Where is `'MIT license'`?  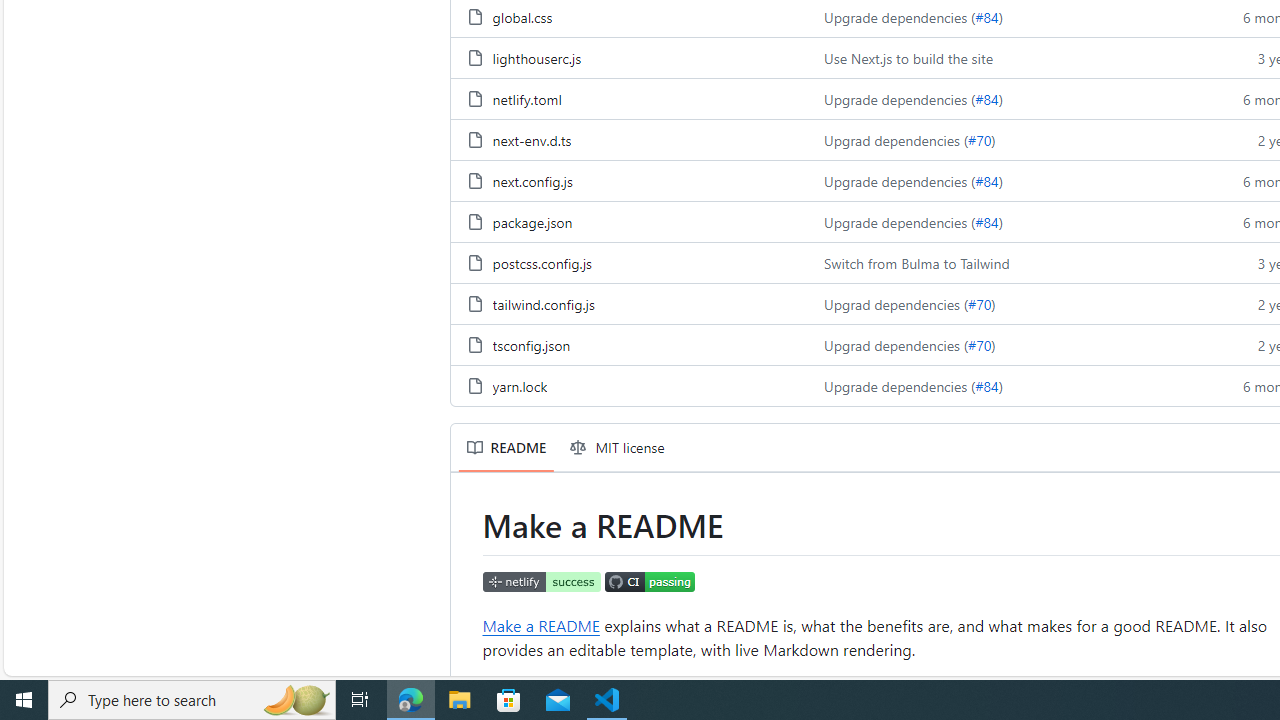
'MIT license' is located at coordinates (617, 446).